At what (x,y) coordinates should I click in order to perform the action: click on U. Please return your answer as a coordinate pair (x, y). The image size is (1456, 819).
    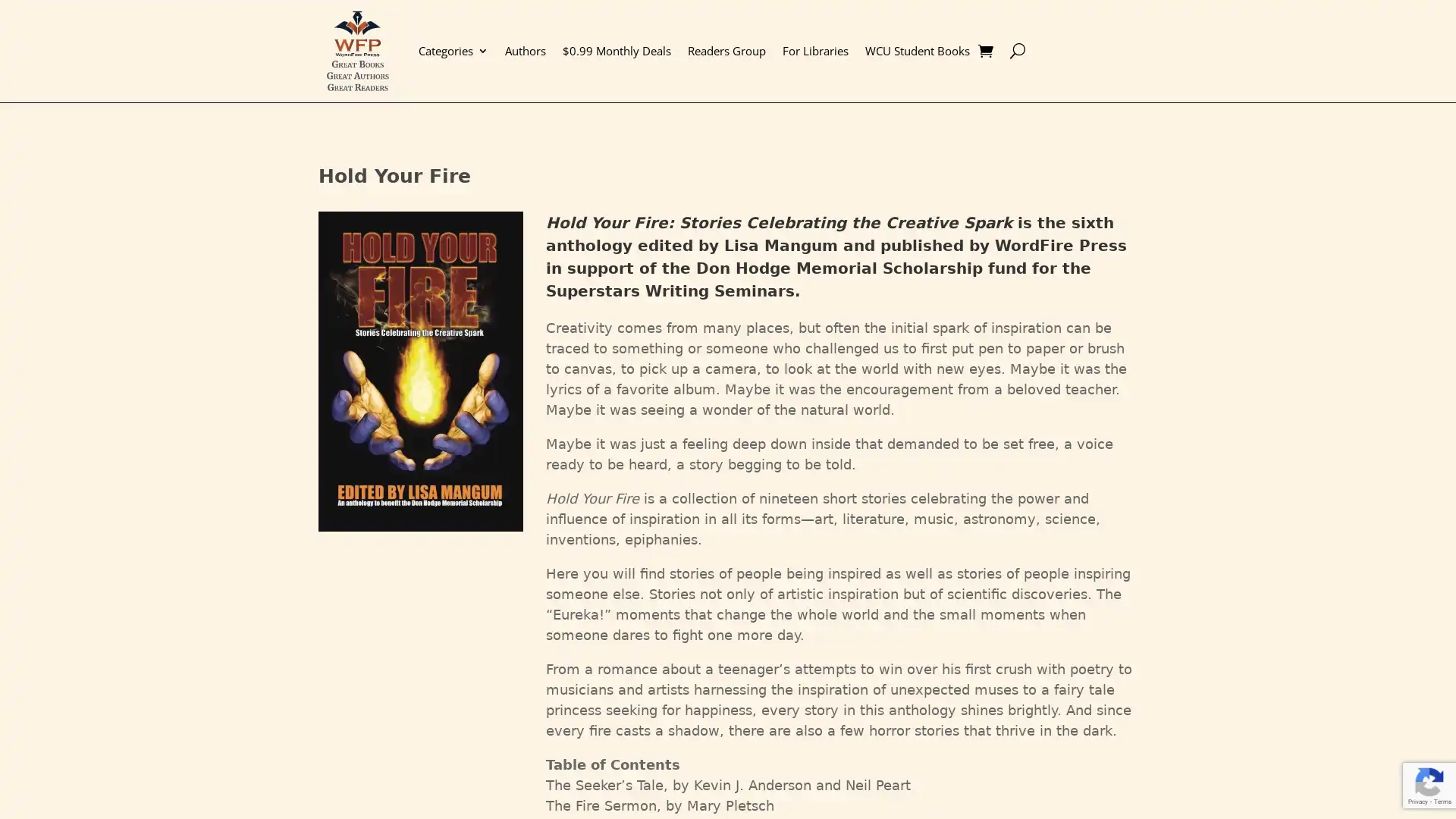
    Looking at the image, I should click on (1016, 49).